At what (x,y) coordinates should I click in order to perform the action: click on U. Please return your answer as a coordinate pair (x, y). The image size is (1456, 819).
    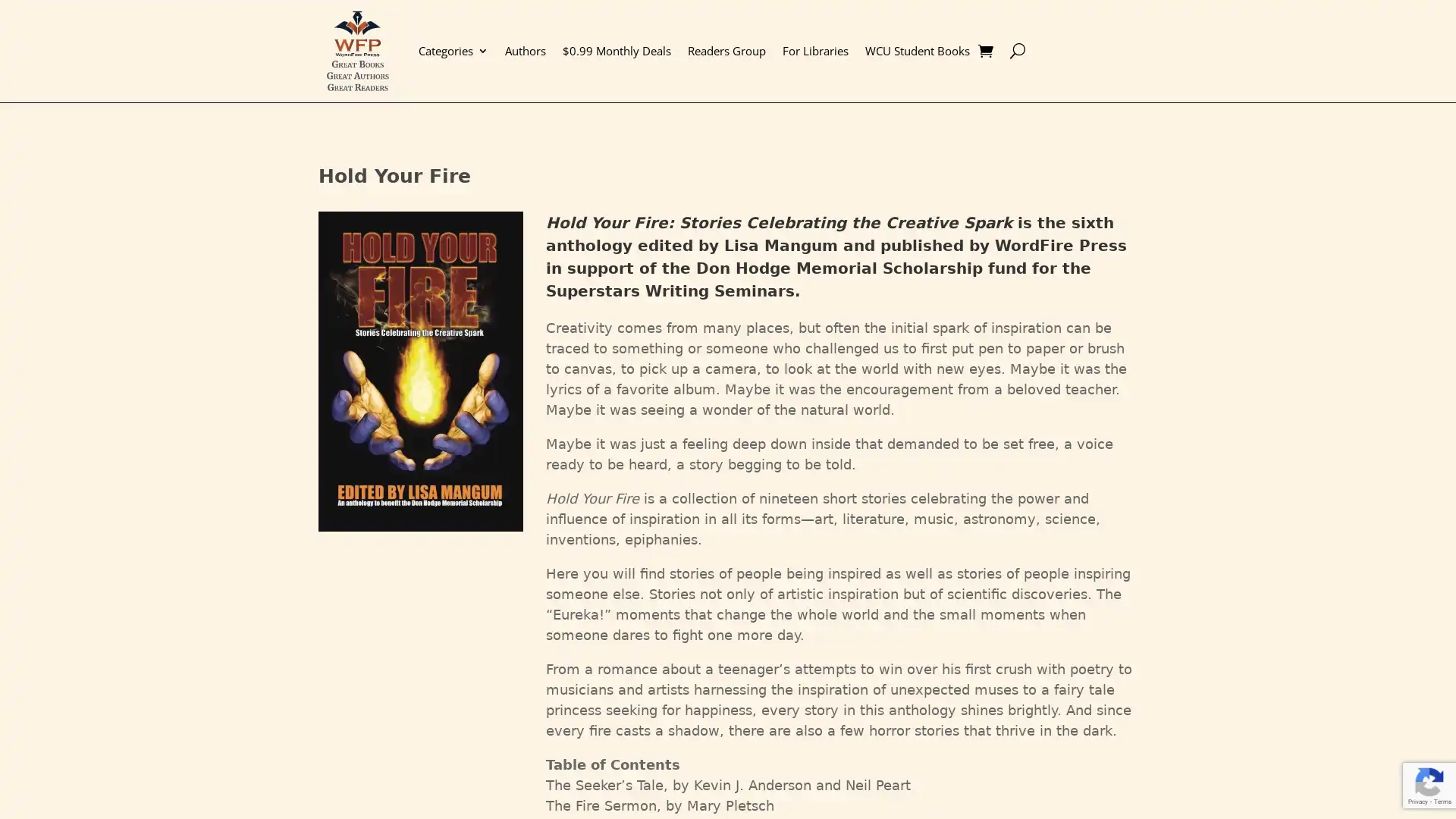
    Looking at the image, I should click on (1016, 49).